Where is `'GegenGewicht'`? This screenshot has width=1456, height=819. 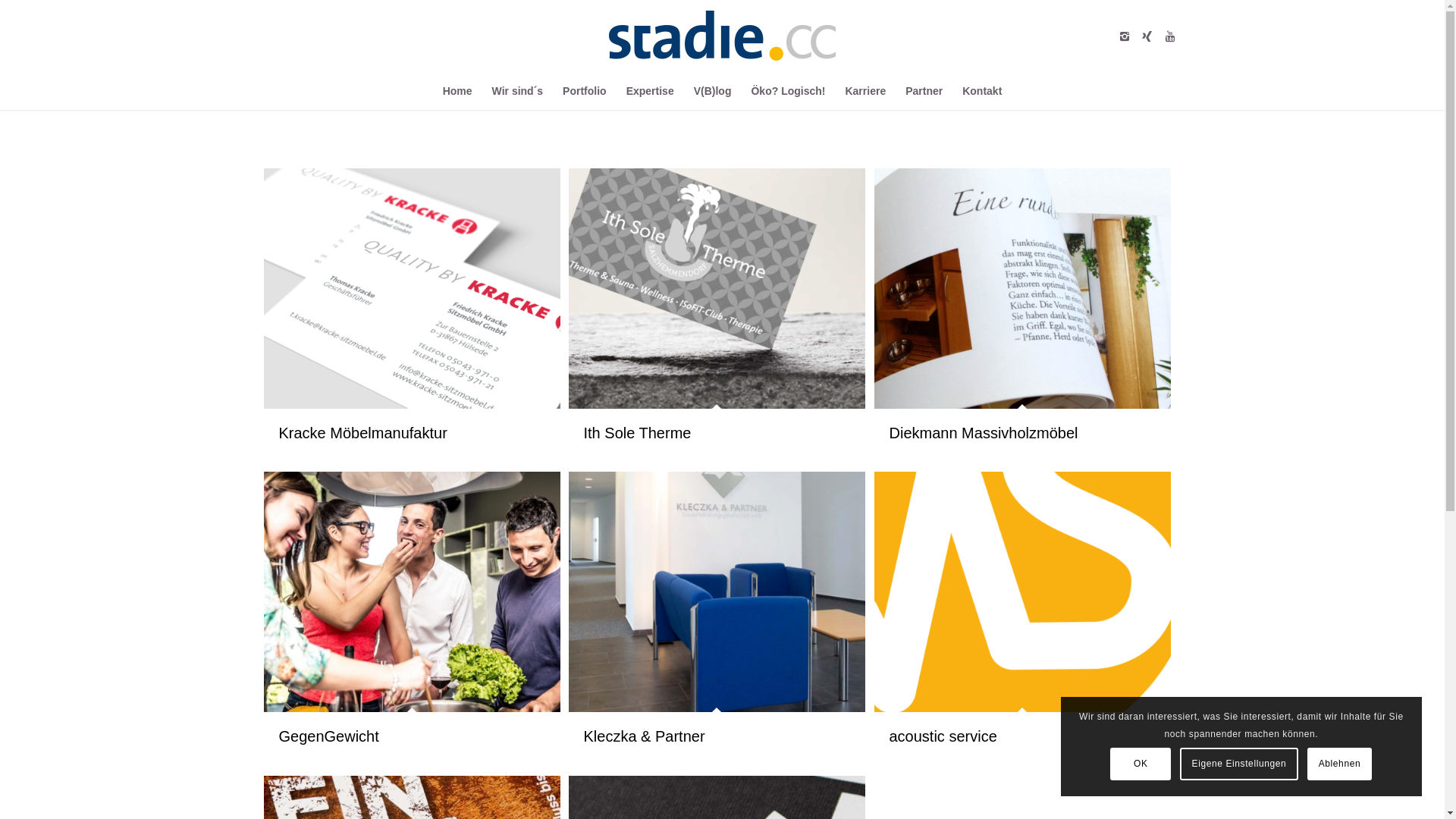 'GegenGewicht' is located at coordinates (328, 736).